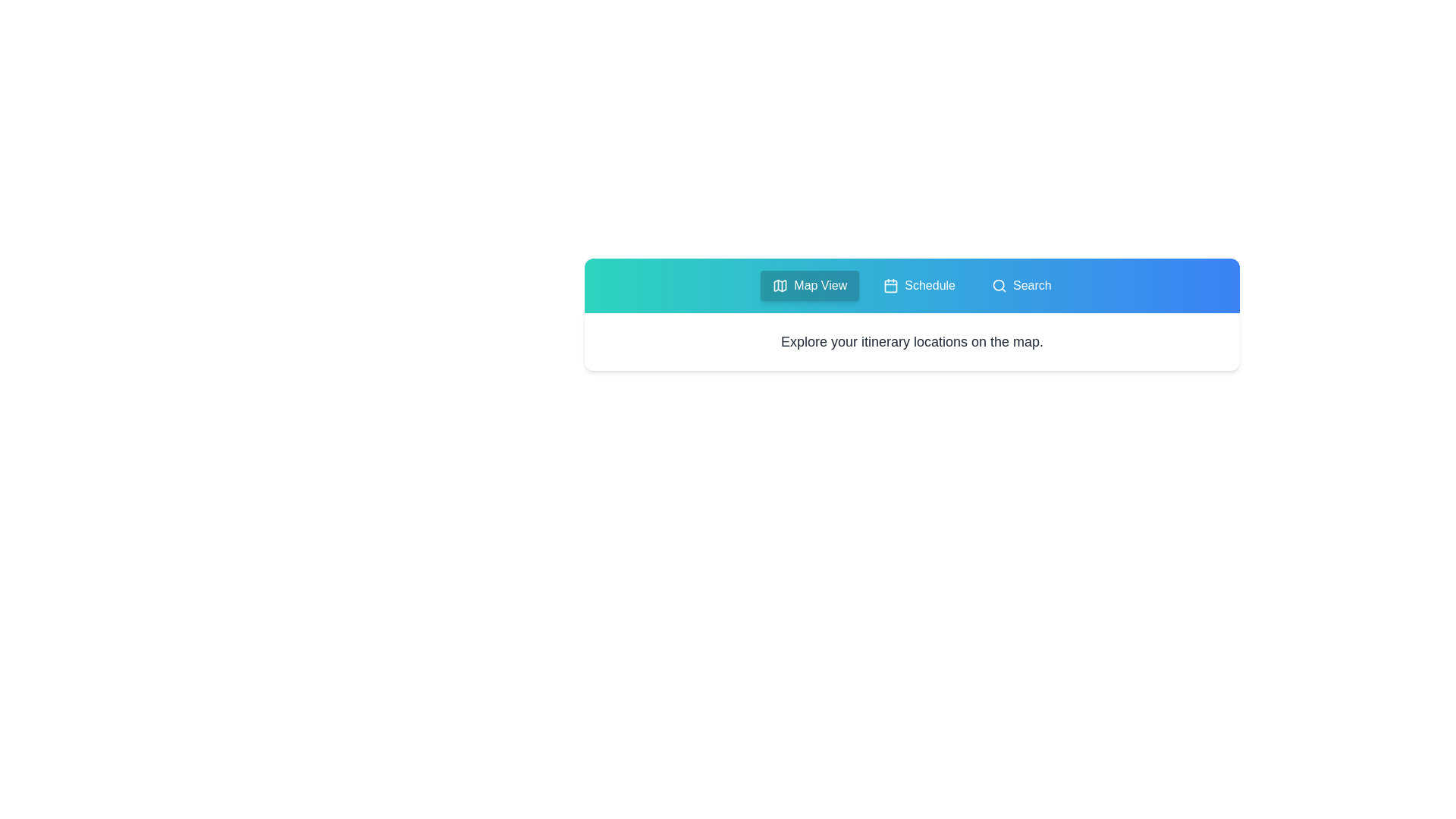 This screenshot has height=819, width=1456. Describe the element at coordinates (912, 314) in the screenshot. I see `the informational text box that contains the message 'Explore your itinerary locations on the map.' located below the blue gradient header with interactive options` at that location.